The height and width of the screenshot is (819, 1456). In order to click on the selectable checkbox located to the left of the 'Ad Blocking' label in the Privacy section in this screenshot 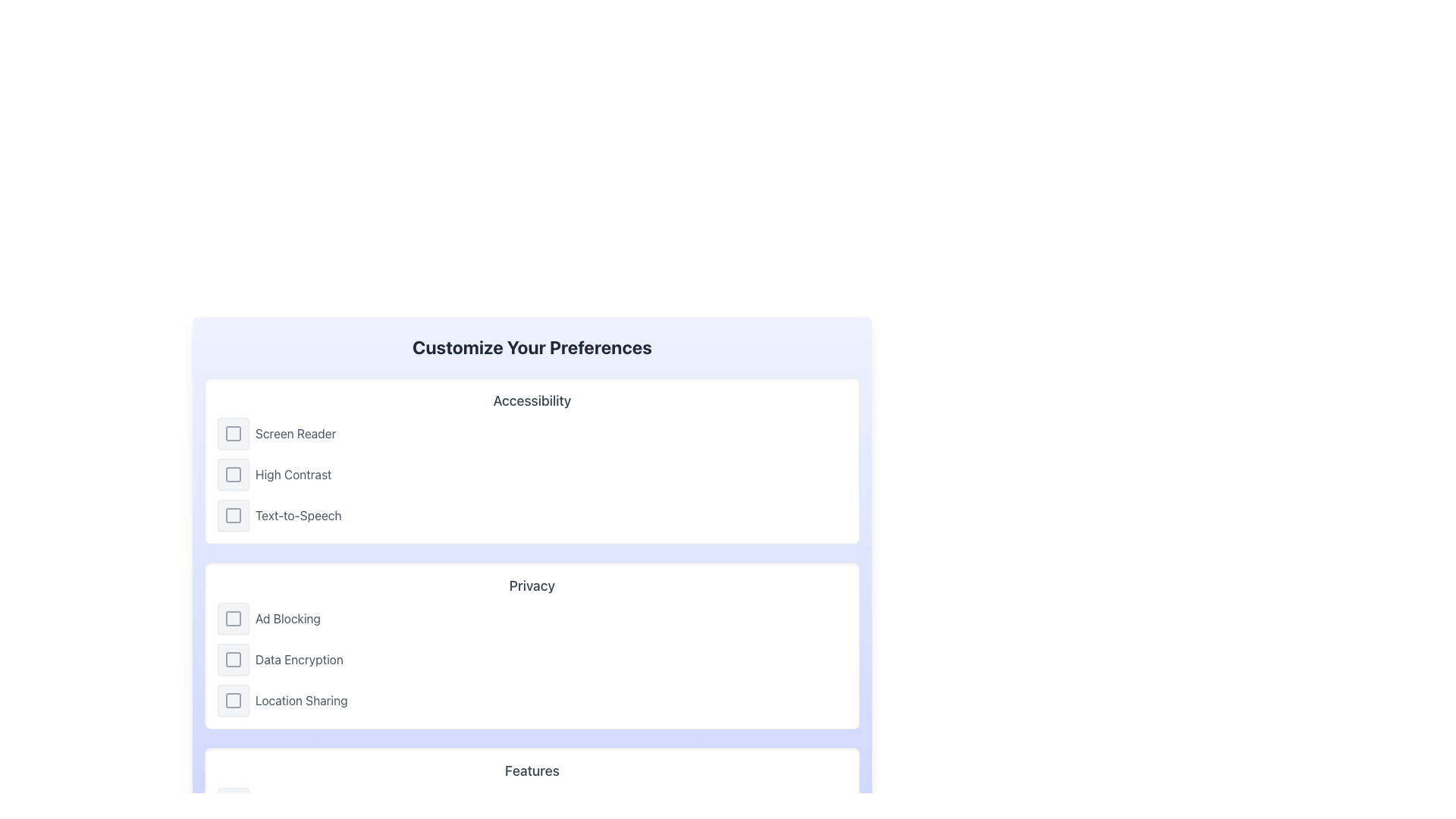, I will do `click(232, 619)`.